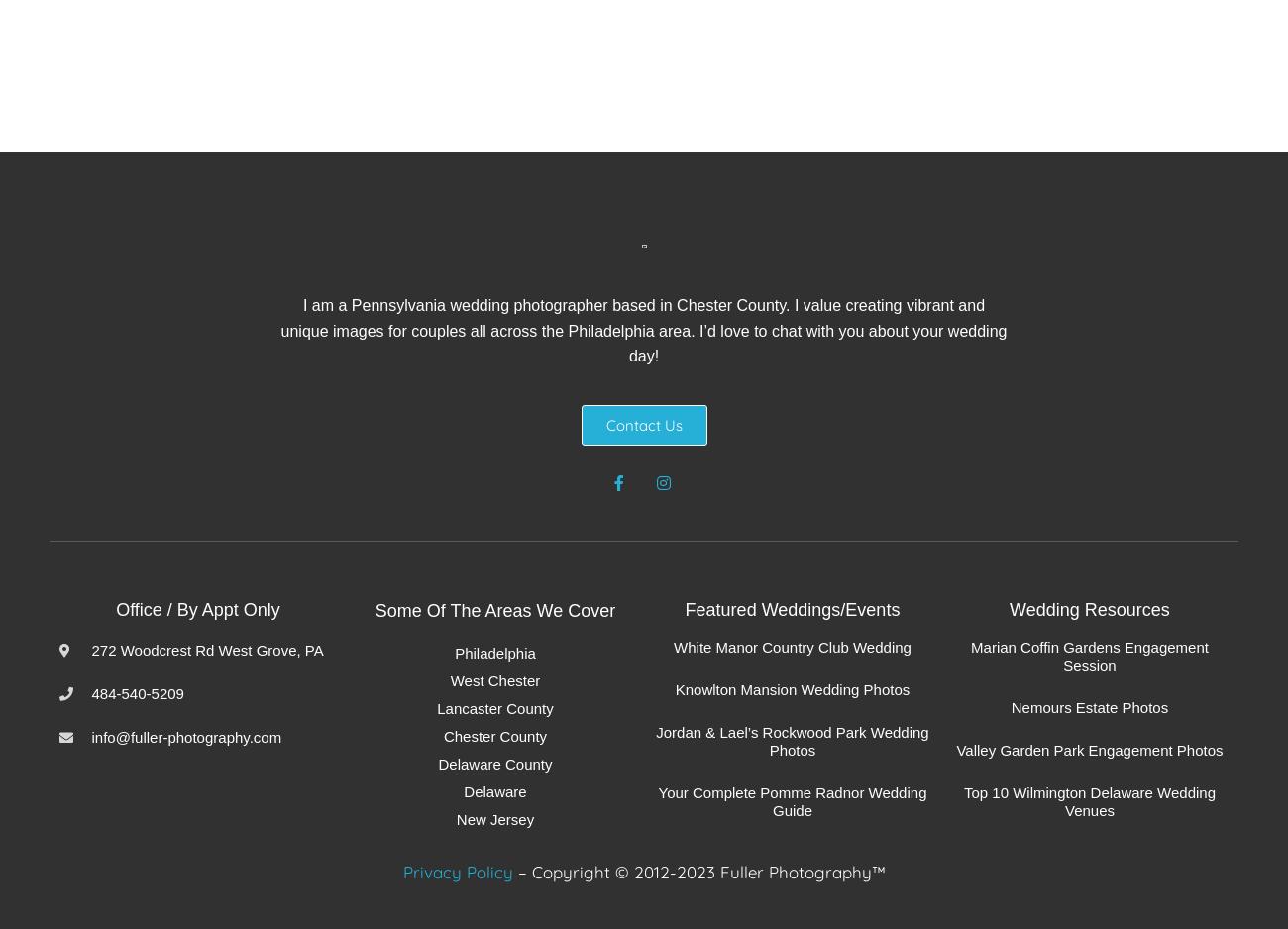 This screenshot has width=1288, height=929. Describe the element at coordinates (280, 330) in the screenshot. I see `'I am a Pennsylvania wedding photographer based in Chester County. I value creating vibrant and unique images for couples all across the Philadelphia area. I’d love to chat with you about your wedding day!'` at that location.